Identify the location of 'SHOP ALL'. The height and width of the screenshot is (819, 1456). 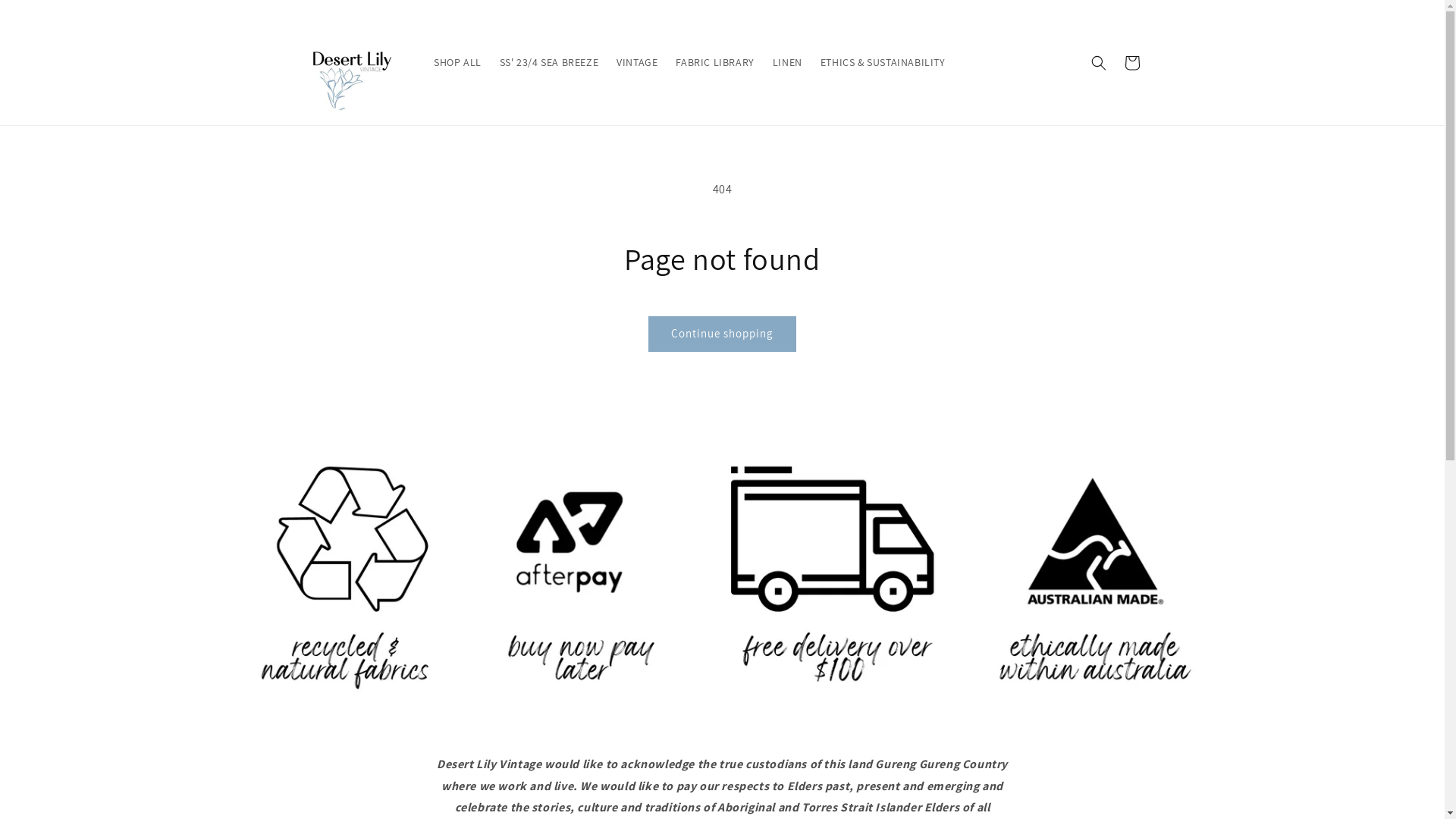
(457, 61).